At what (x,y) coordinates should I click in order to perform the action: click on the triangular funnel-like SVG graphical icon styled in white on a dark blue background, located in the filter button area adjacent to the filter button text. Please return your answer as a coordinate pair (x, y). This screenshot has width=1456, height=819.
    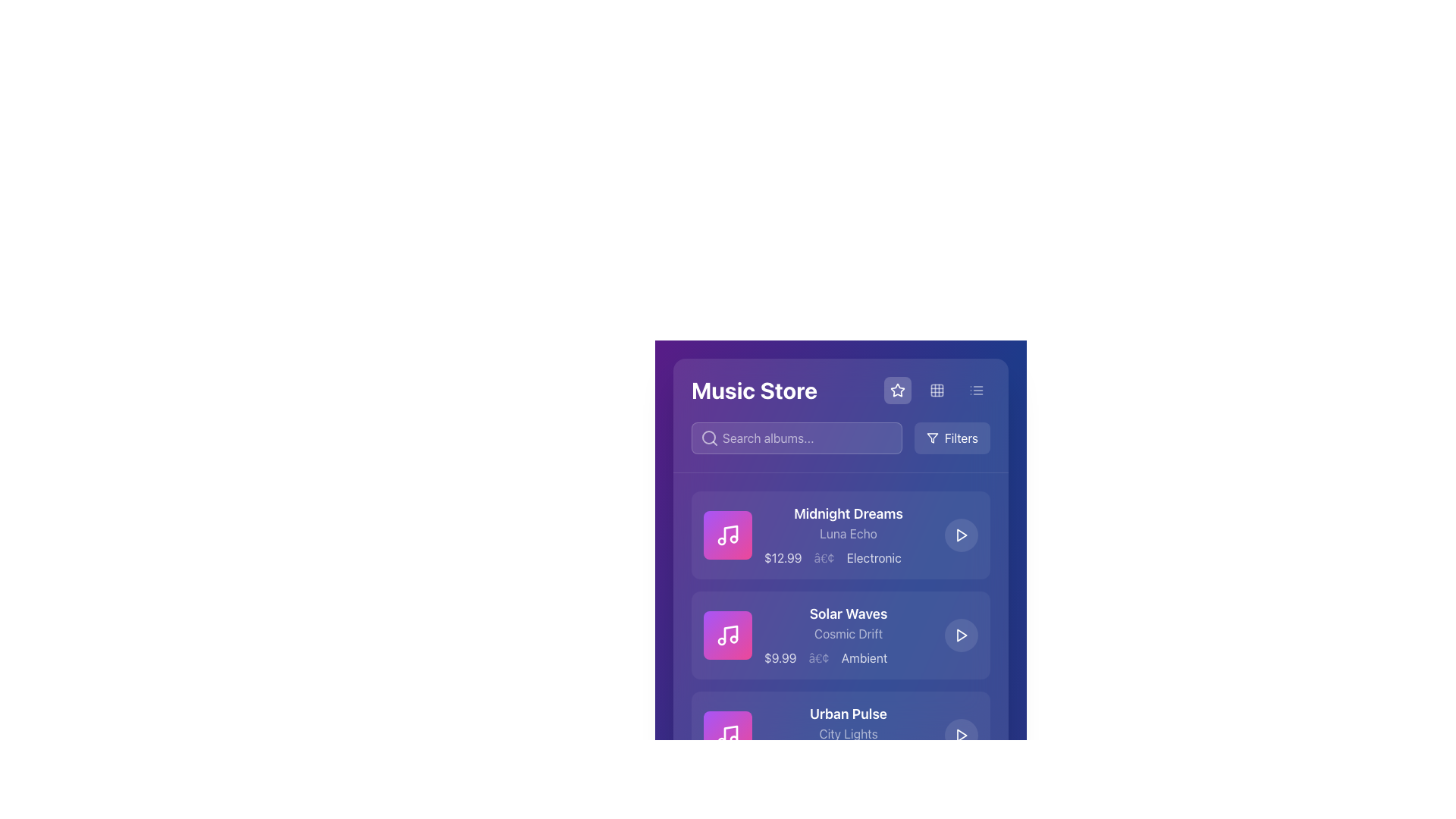
    Looking at the image, I should click on (931, 438).